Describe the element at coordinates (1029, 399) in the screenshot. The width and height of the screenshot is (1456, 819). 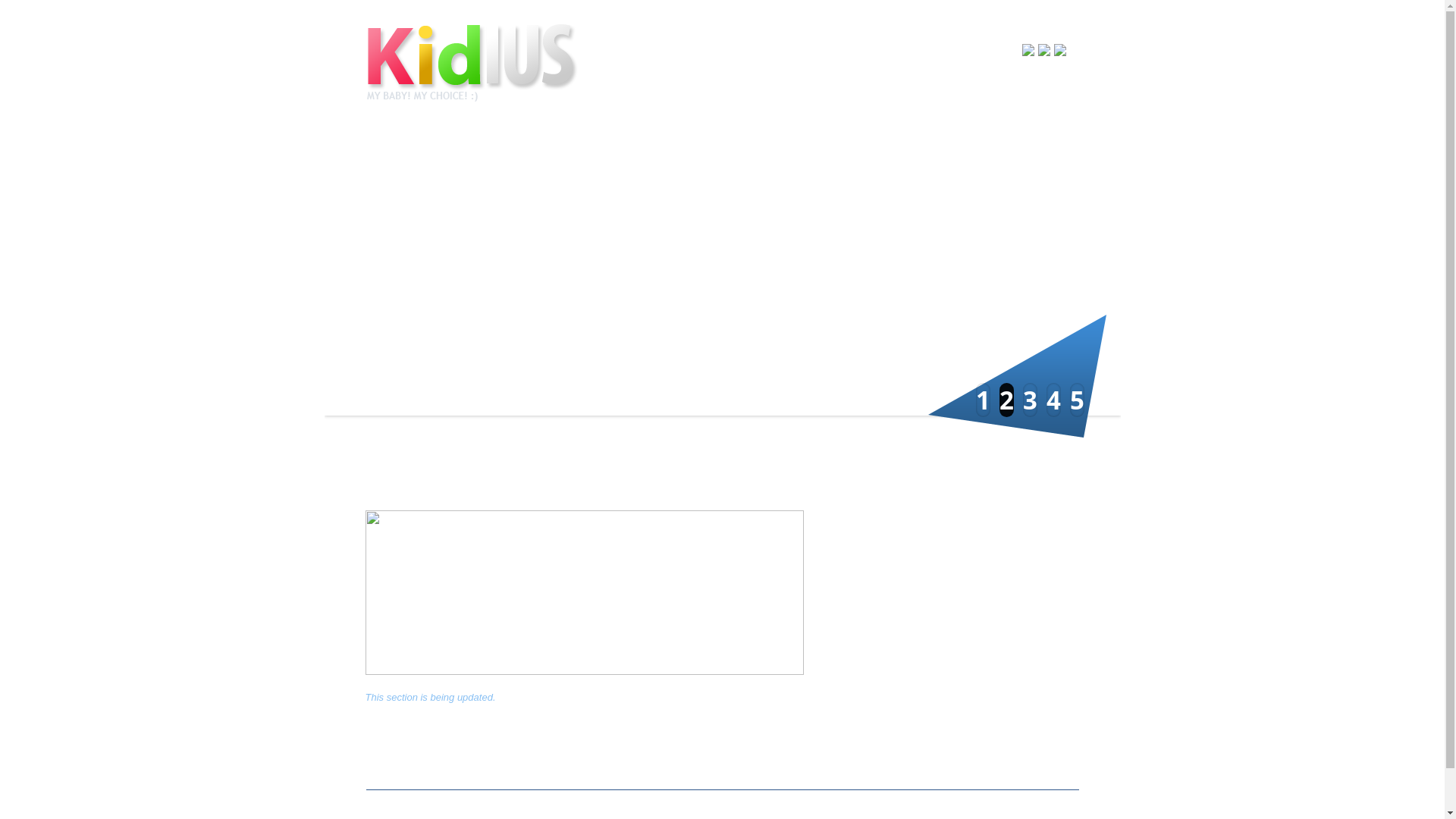
I see `'3'` at that location.